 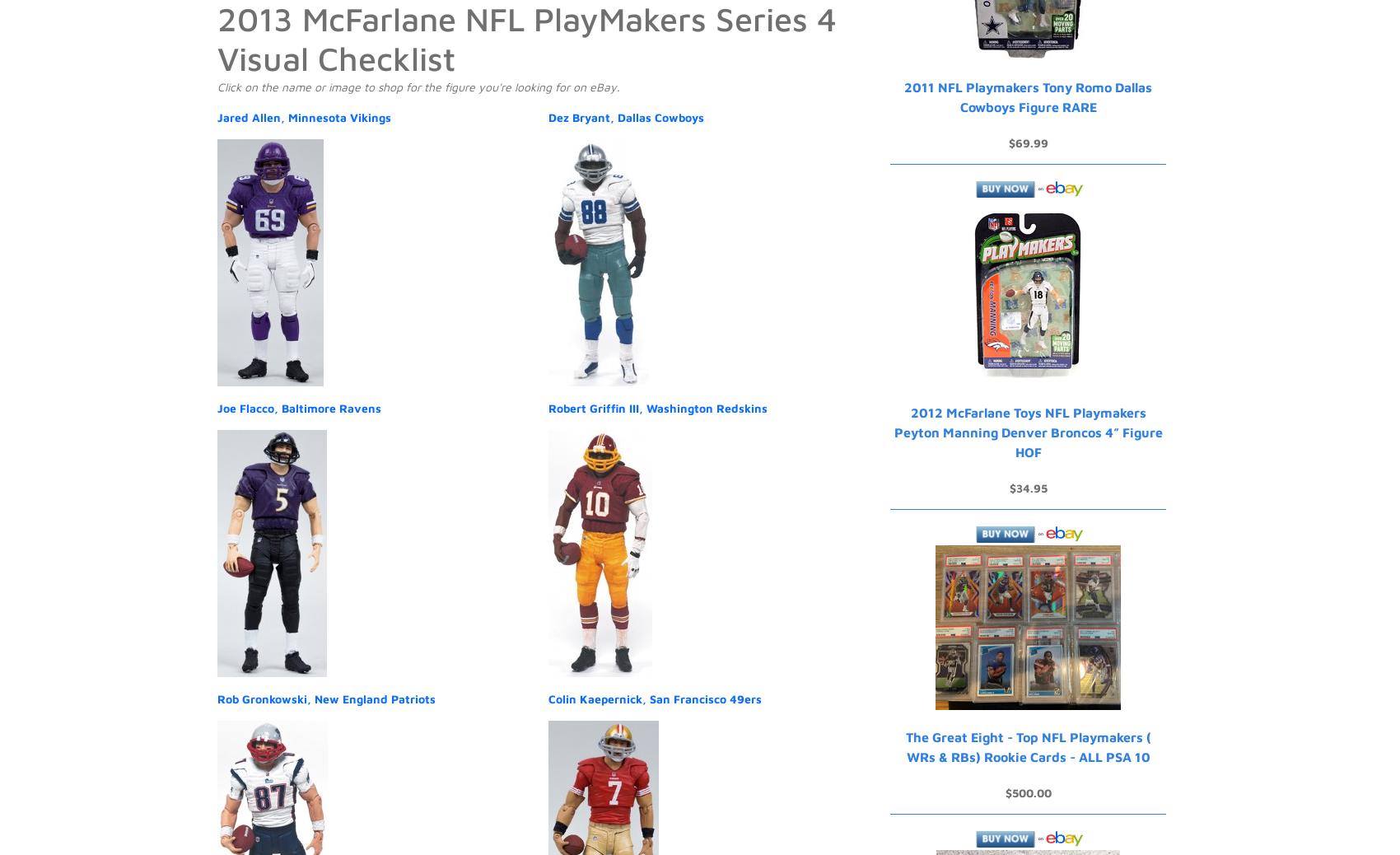 I want to click on 'Advertise', so click(x=585, y=687).